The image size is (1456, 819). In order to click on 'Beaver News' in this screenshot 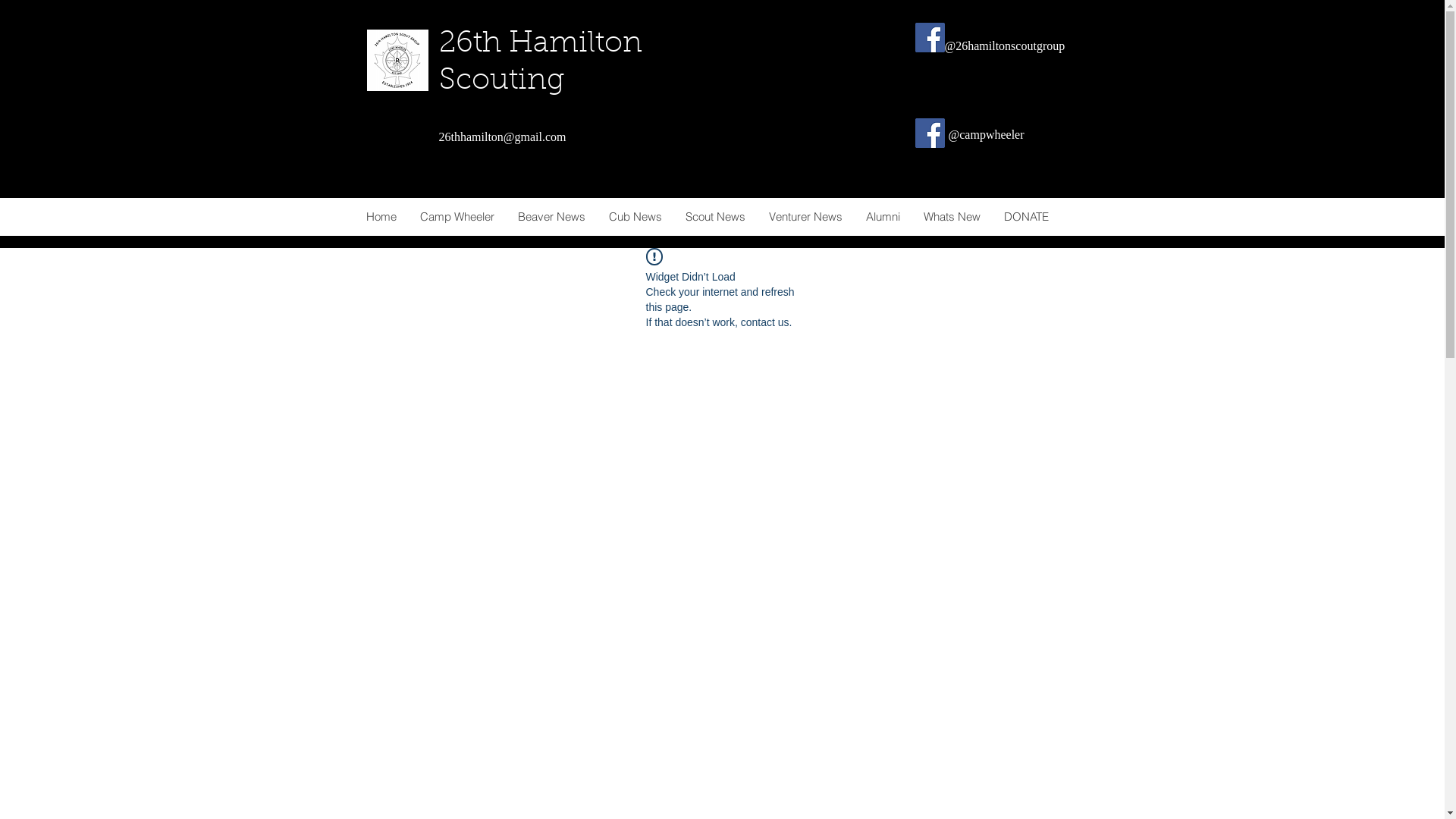, I will do `click(505, 216)`.